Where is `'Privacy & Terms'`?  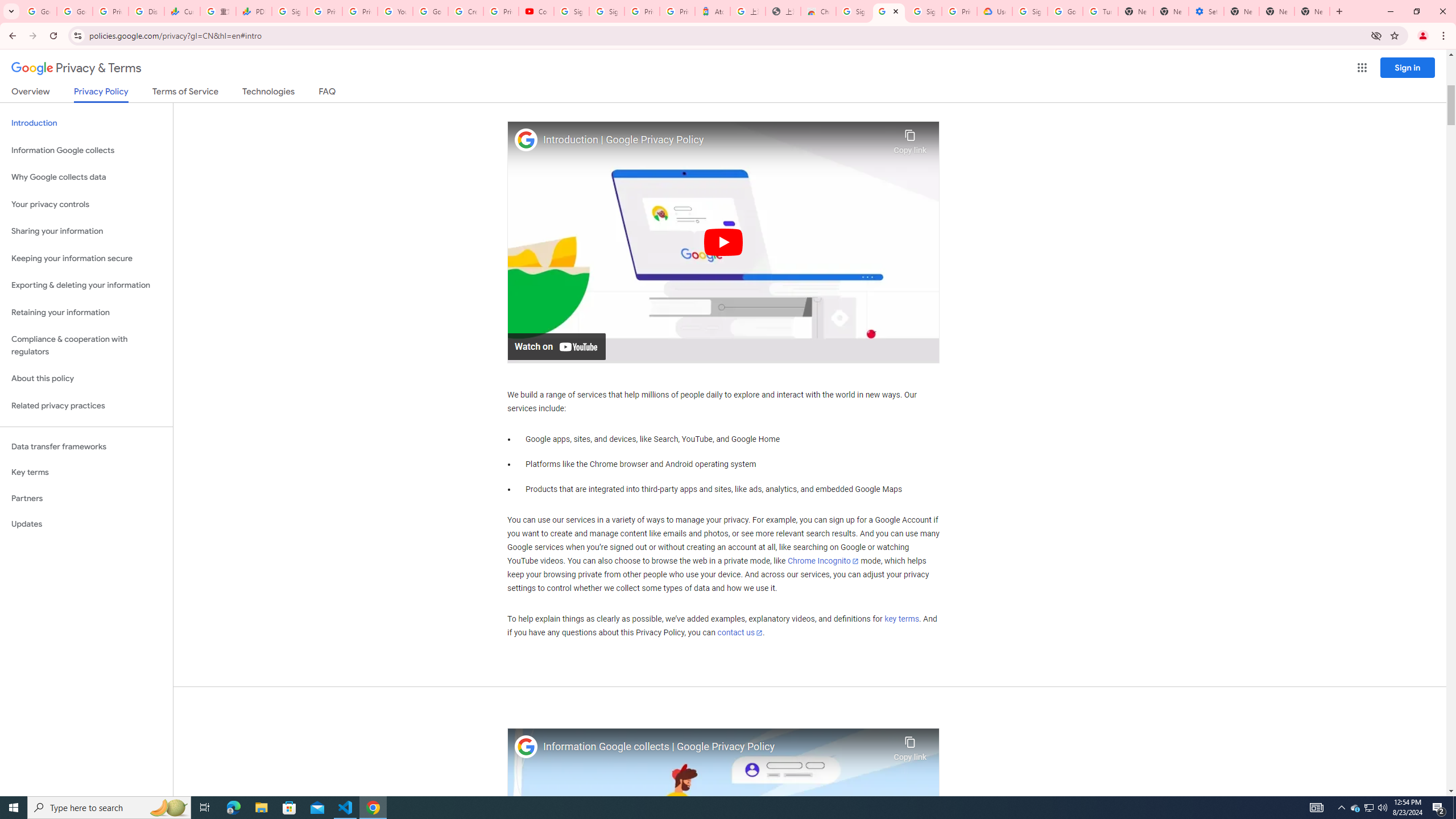
'Privacy & Terms' is located at coordinates (76, 68).